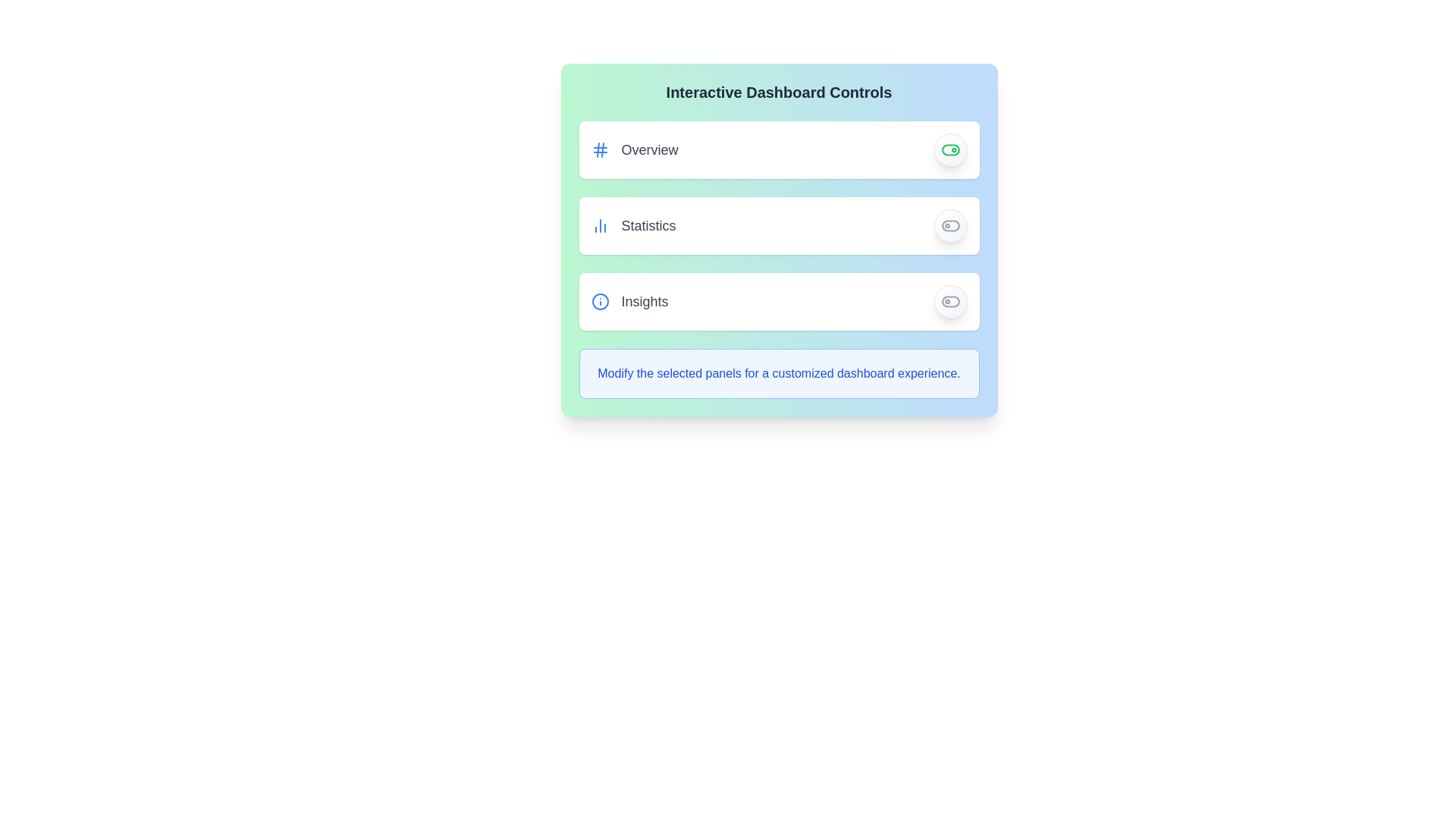 The height and width of the screenshot is (819, 1456). I want to click on the toggle switch styled with a gradient background from white to gray, located at the far-right side within the first row of the section labeled 'Overview' to switch its state, so click(949, 149).